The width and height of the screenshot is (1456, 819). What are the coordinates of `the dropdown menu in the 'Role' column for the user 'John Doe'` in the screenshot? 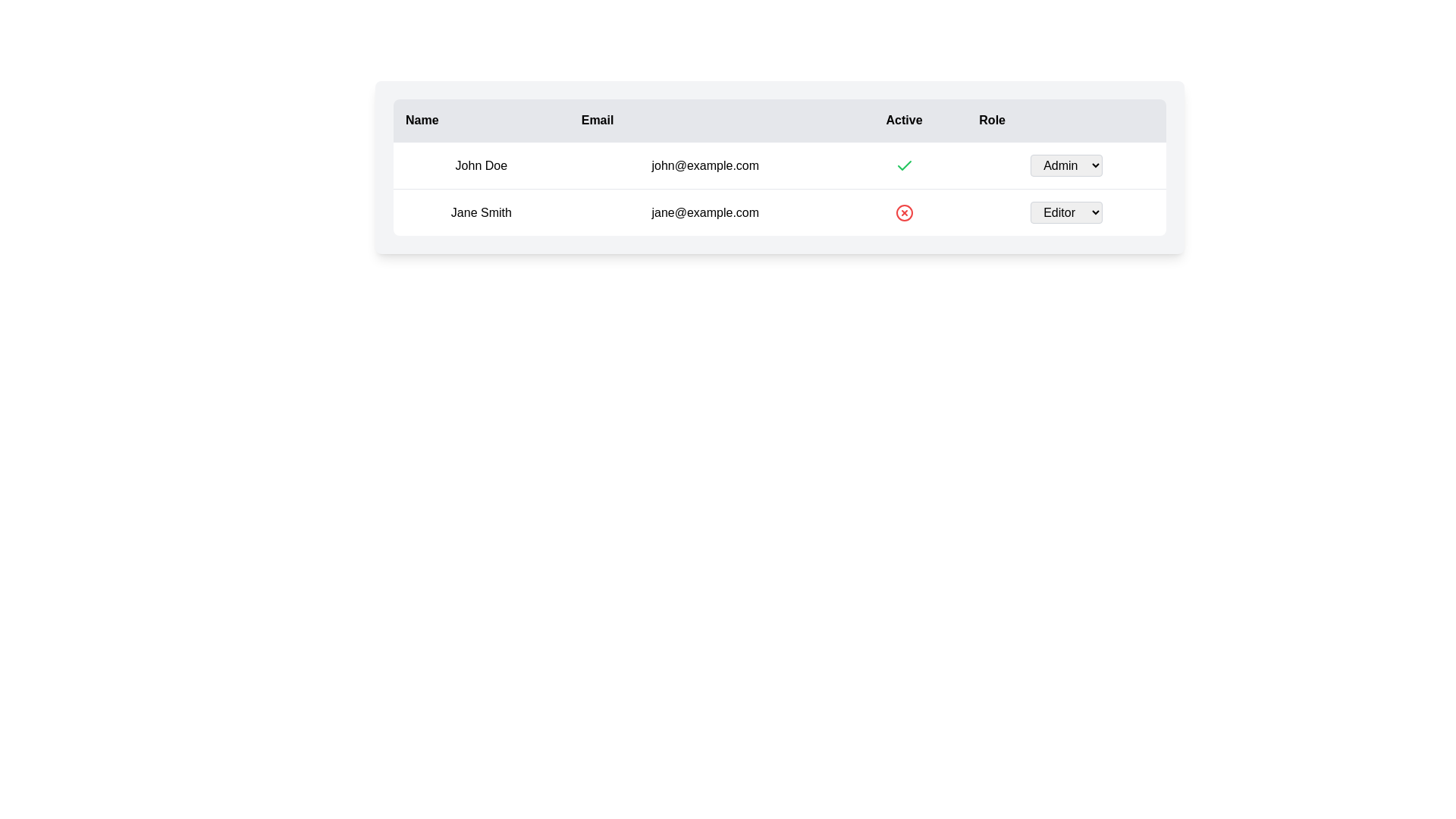 It's located at (1065, 165).